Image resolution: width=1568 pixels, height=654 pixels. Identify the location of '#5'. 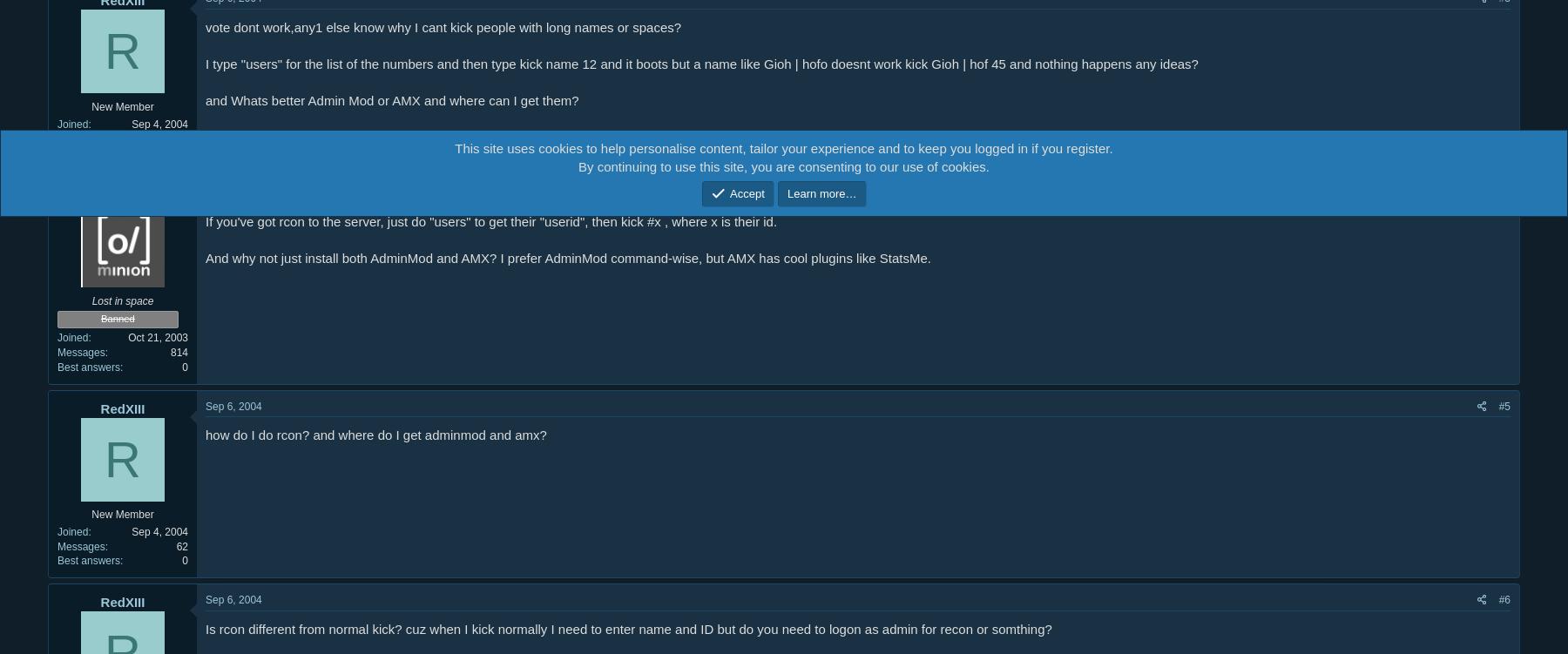
(1504, 405).